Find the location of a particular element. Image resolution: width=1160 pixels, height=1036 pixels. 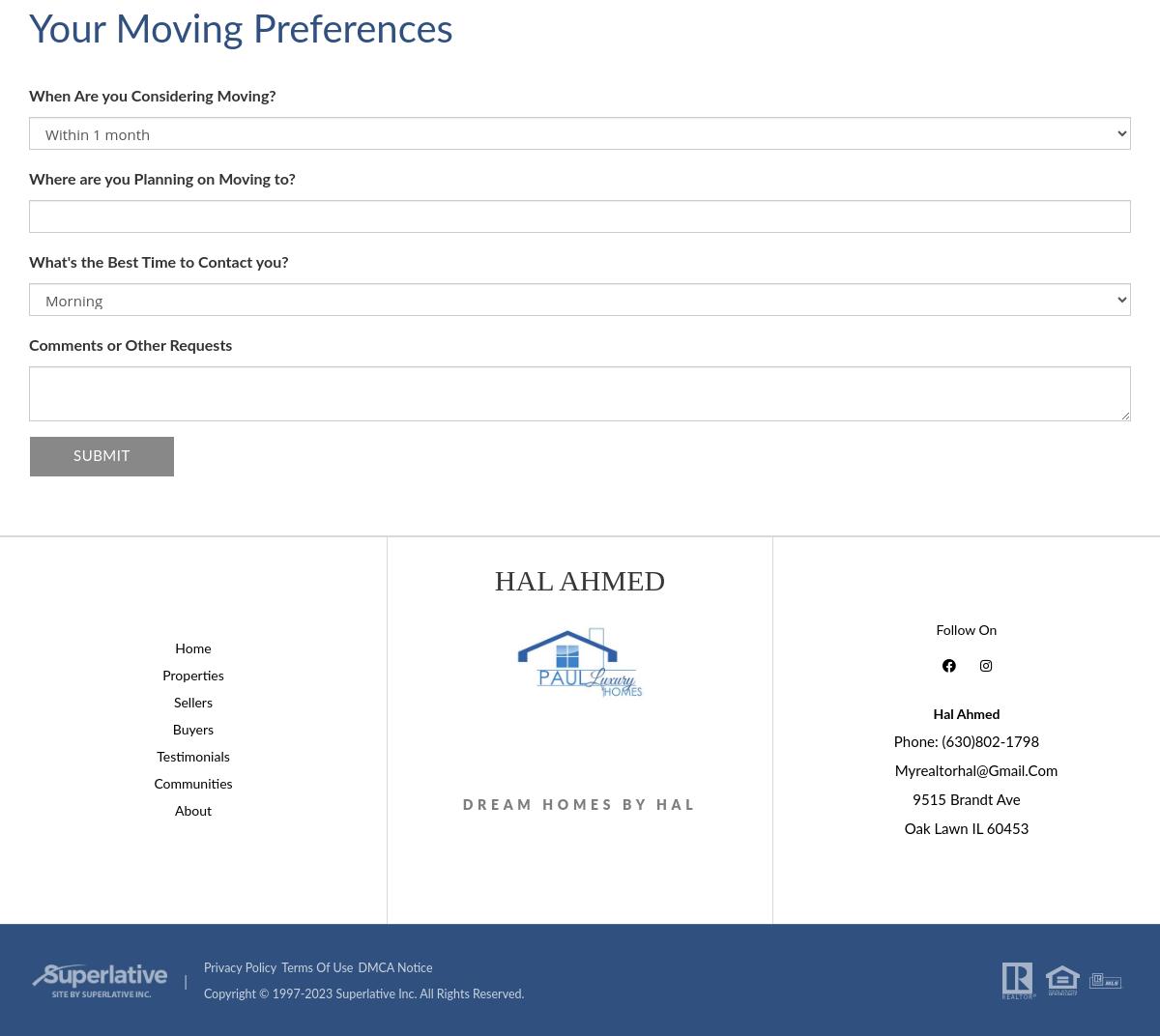

'When Are you Considering Moving?' is located at coordinates (151, 97).